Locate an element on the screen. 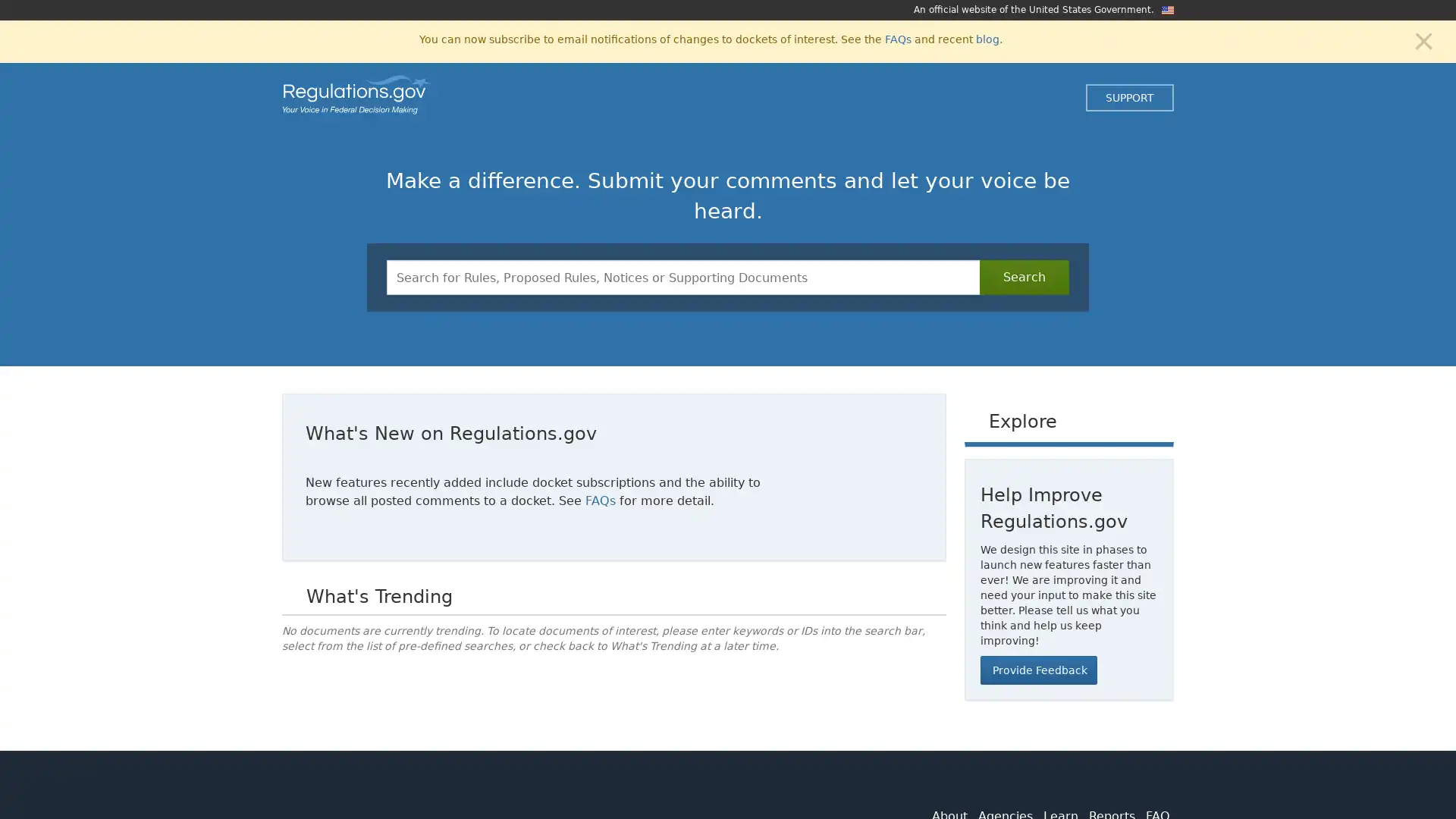 Image resolution: width=1456 pixels, height=819 pixels. Search is located at coordinates (1024, 278).